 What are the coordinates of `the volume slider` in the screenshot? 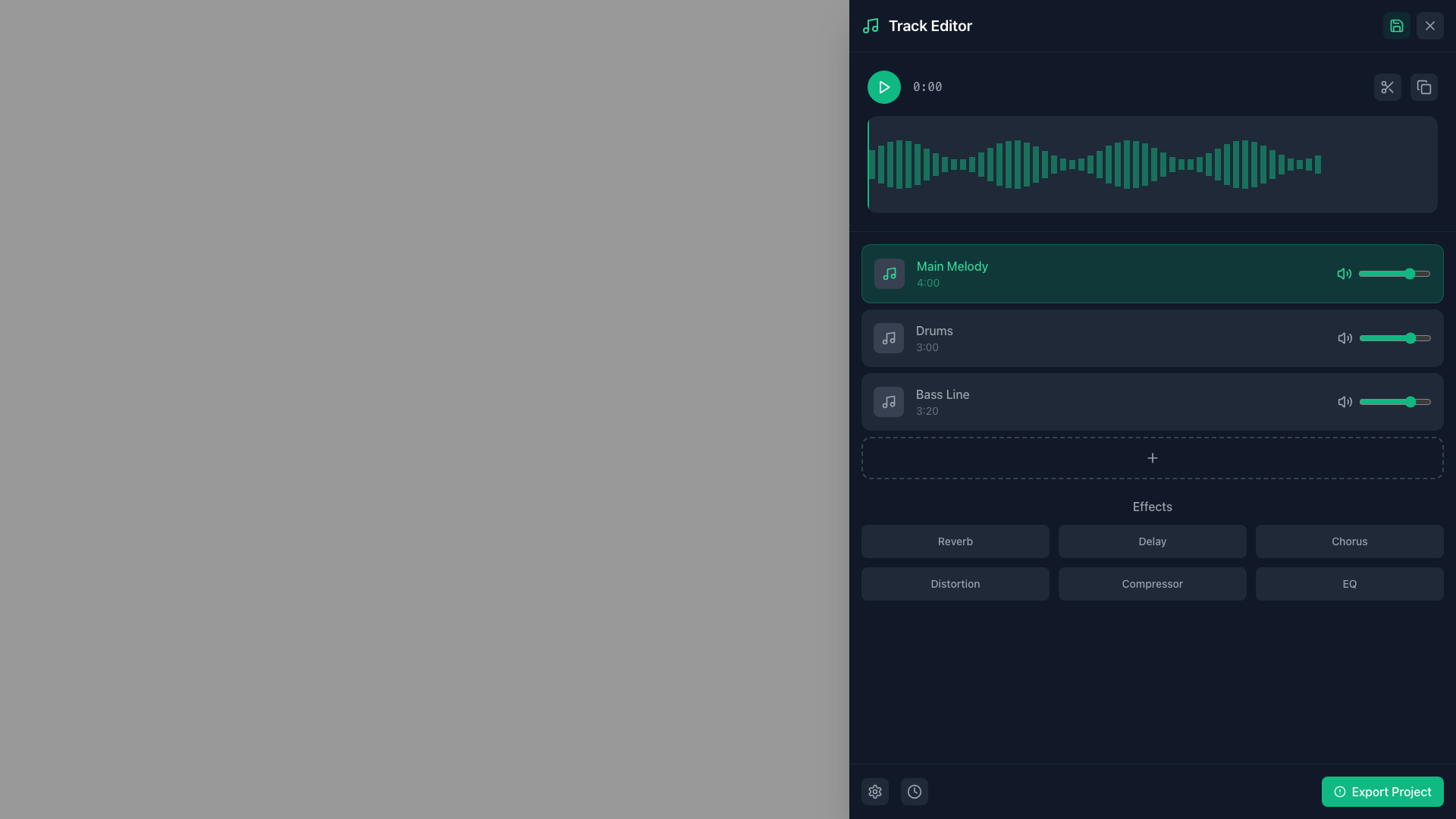 It's located at (1365, 274).